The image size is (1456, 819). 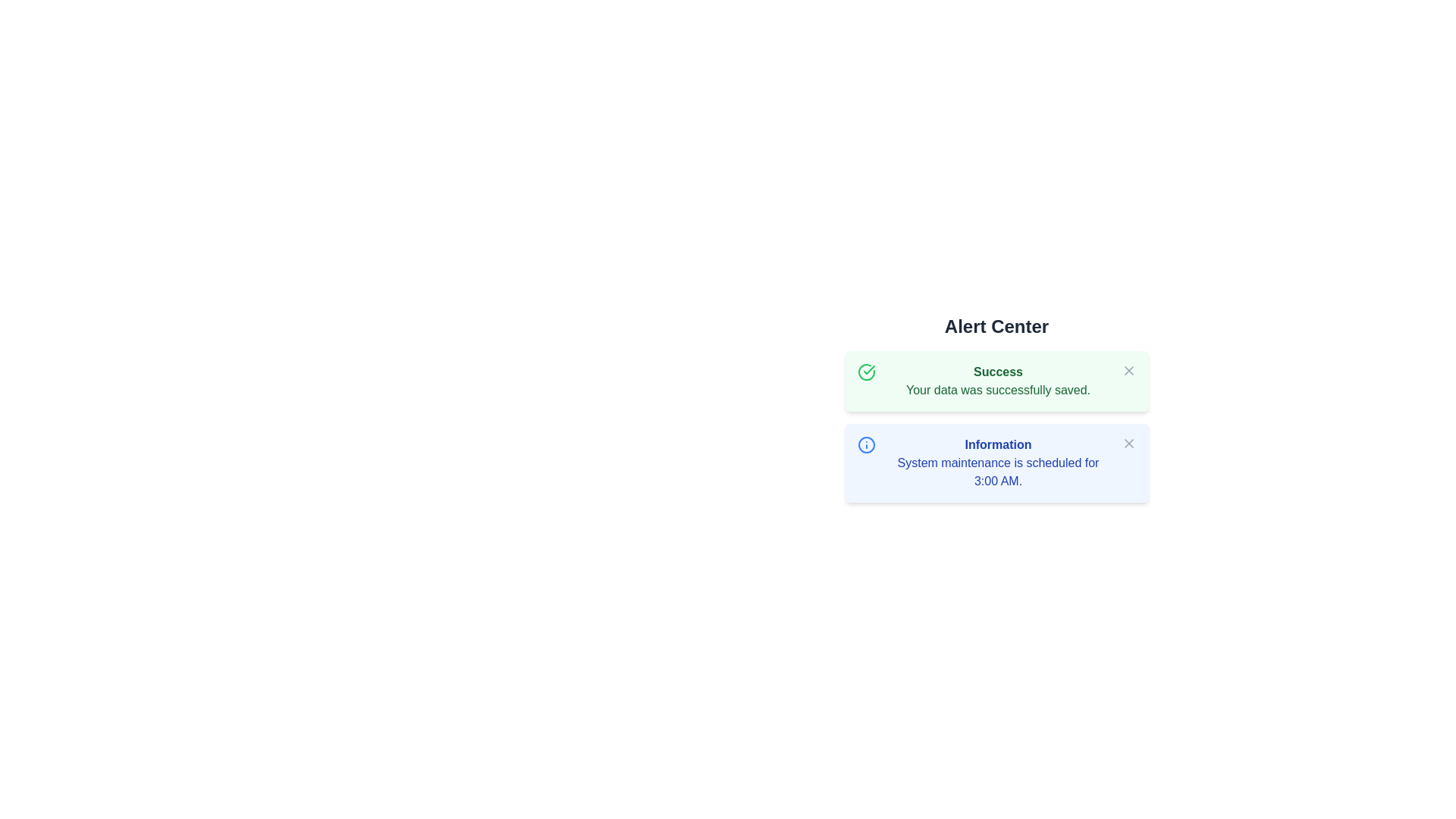 I want to click on message content of the first notification box under the 'Alert Center' heading, which displays a success message with a green checkmark icon, so click(x=996, y=380).